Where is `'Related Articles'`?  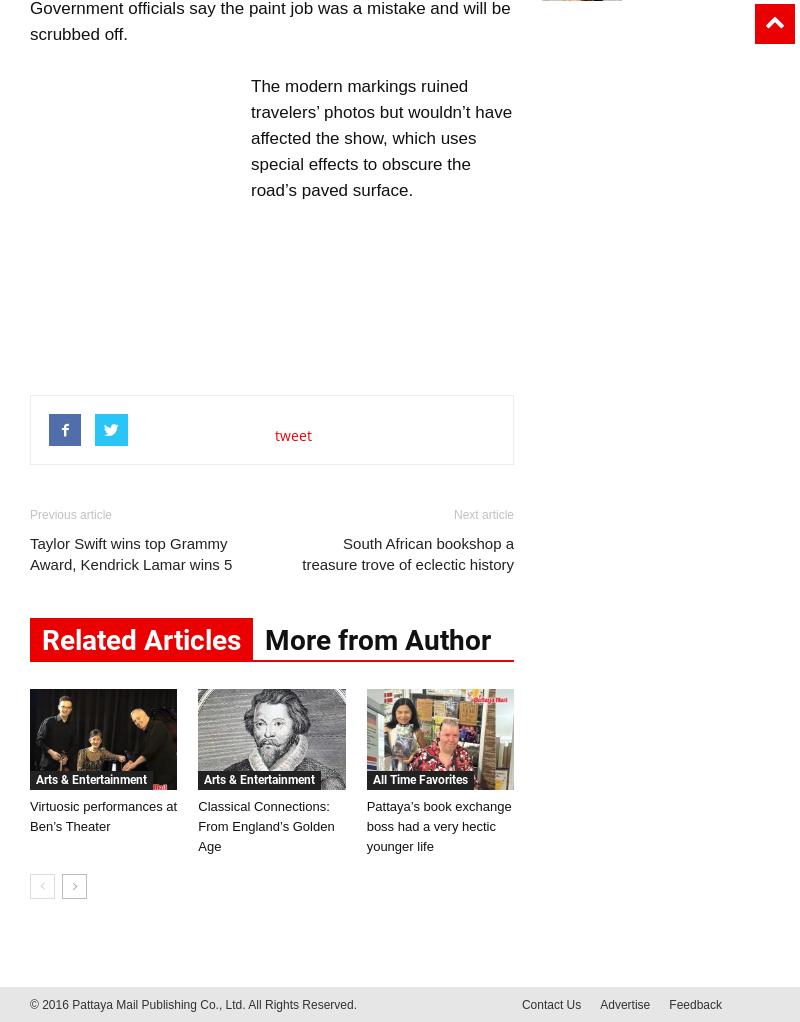
'Related Articles' is located at coordinates (141, 640).